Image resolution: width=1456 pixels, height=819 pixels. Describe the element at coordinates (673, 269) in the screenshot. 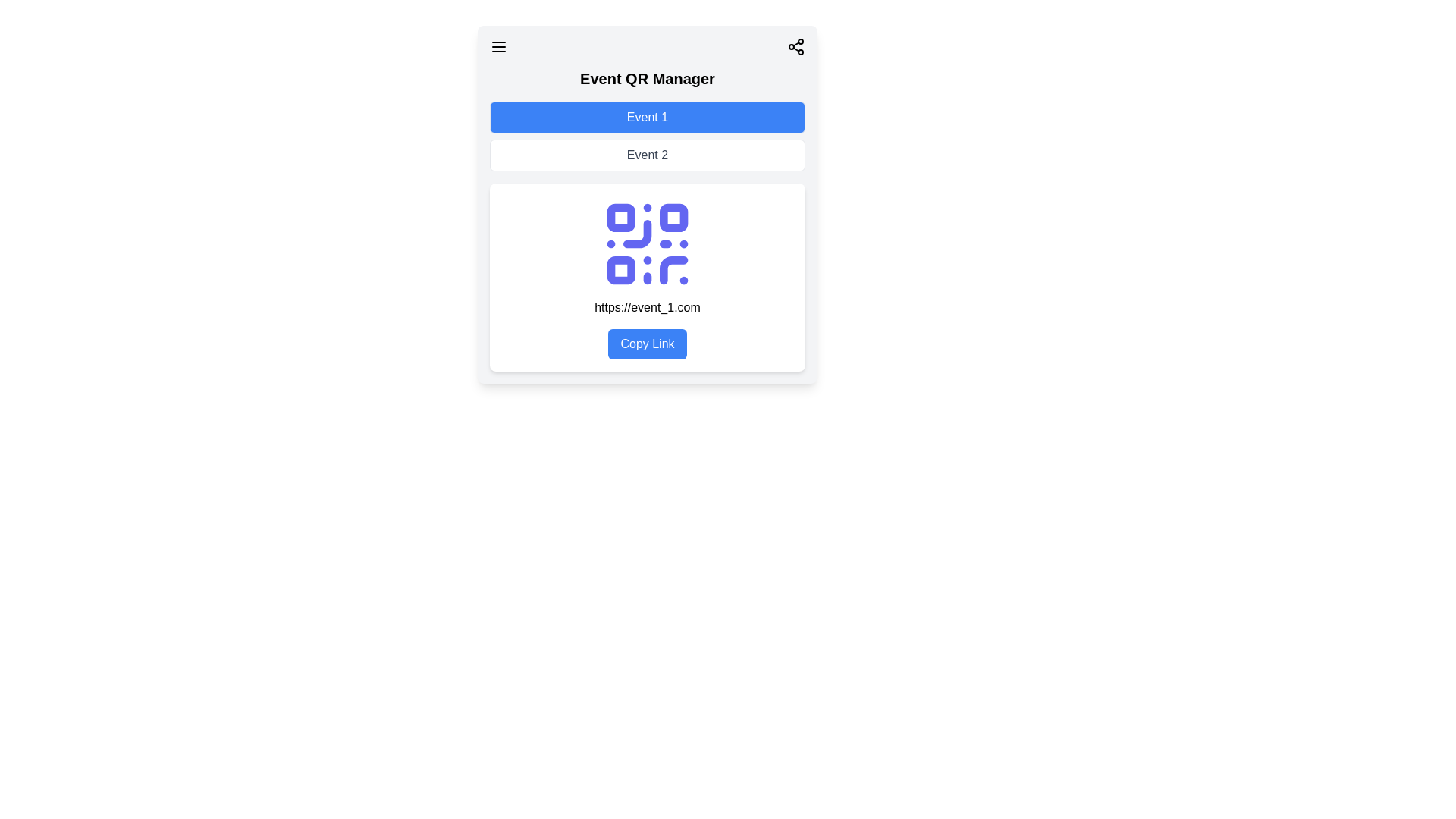

I see `the curved line transitioning into a straight line segment of the QR code located in the lower-right quadrant of the QR code within the card-like interface` at that location.